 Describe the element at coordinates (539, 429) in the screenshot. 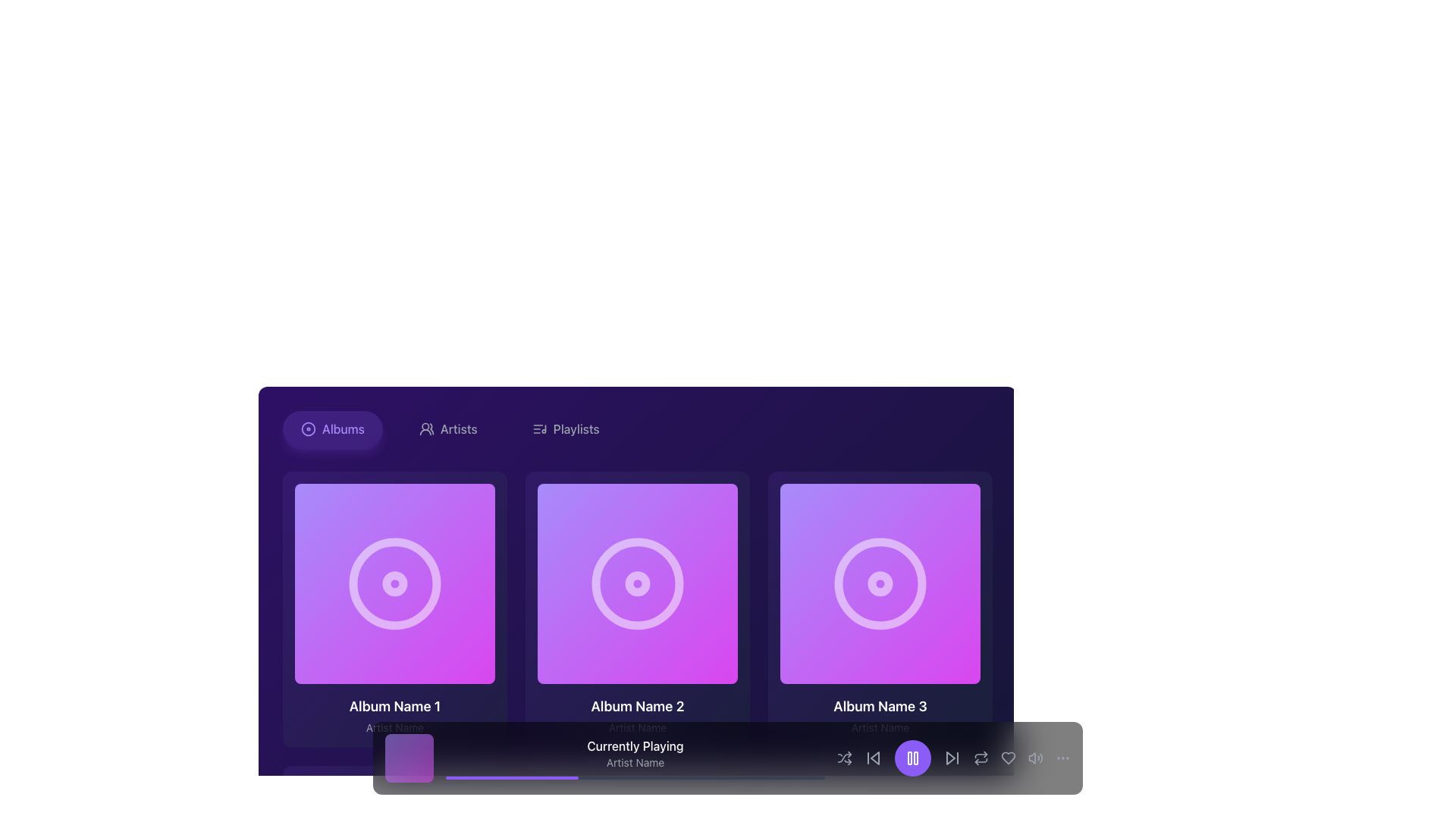

I see `the icon resembling a list with a musical note, located within the 'Playlists' button for informational purposes` at that location.